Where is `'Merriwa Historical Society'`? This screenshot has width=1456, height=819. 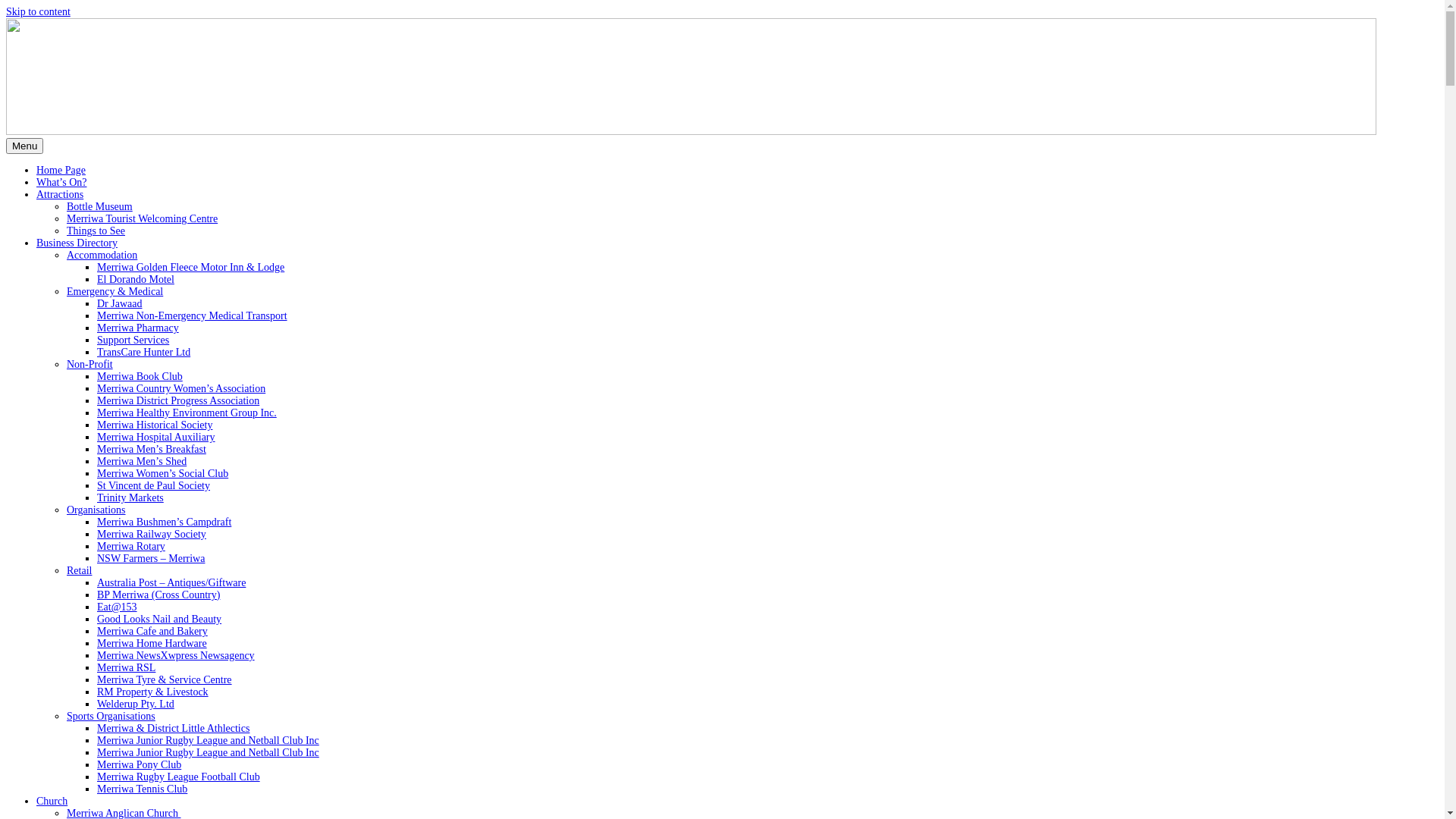
'Merriwa Historical Society' is located at coordinates (155, 425).